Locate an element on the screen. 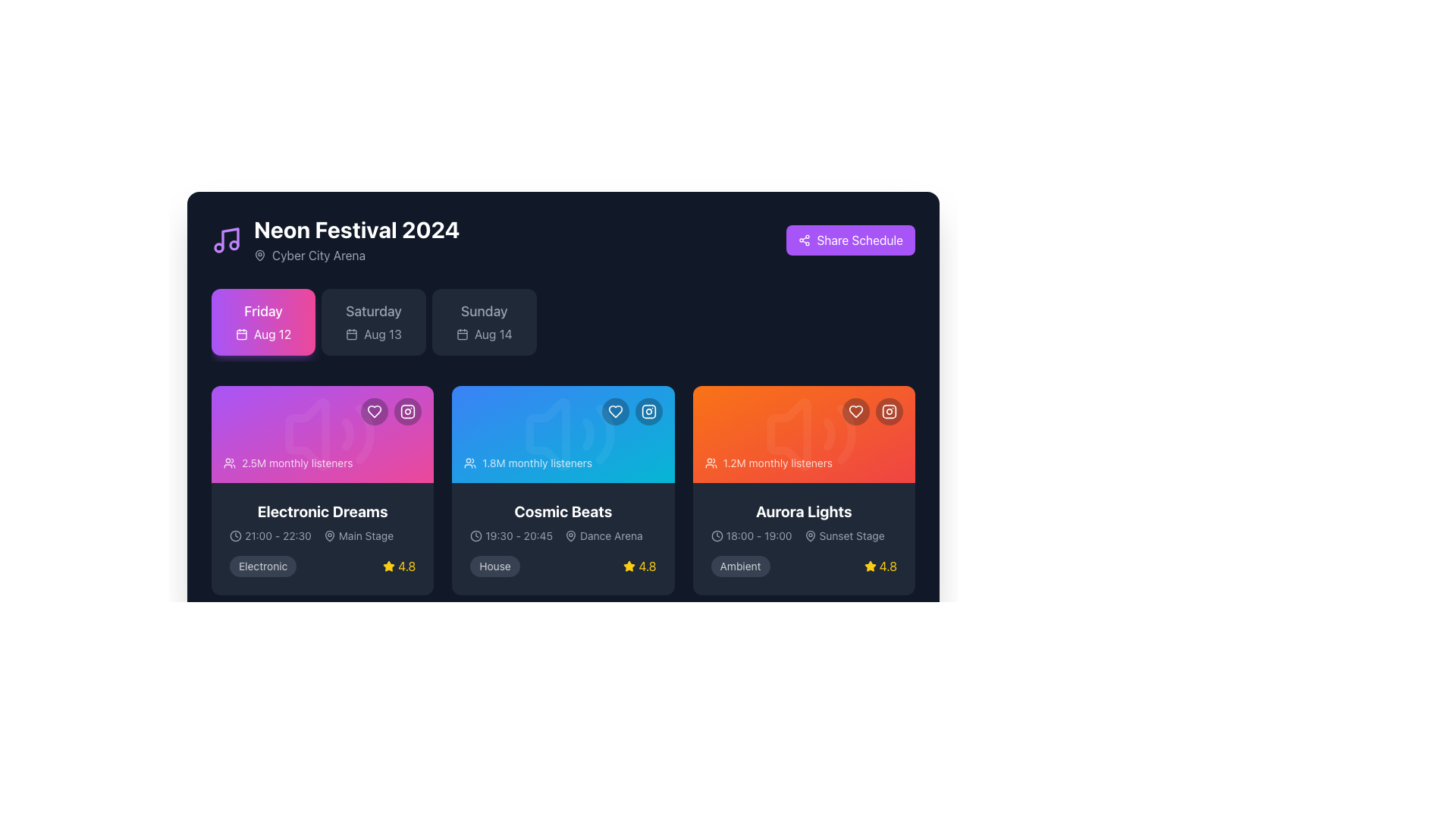  the text display indicating the popularity metric of 'Aurora Lights' located in the lower-left corner of the orange card is located at coordinates (768, 462).